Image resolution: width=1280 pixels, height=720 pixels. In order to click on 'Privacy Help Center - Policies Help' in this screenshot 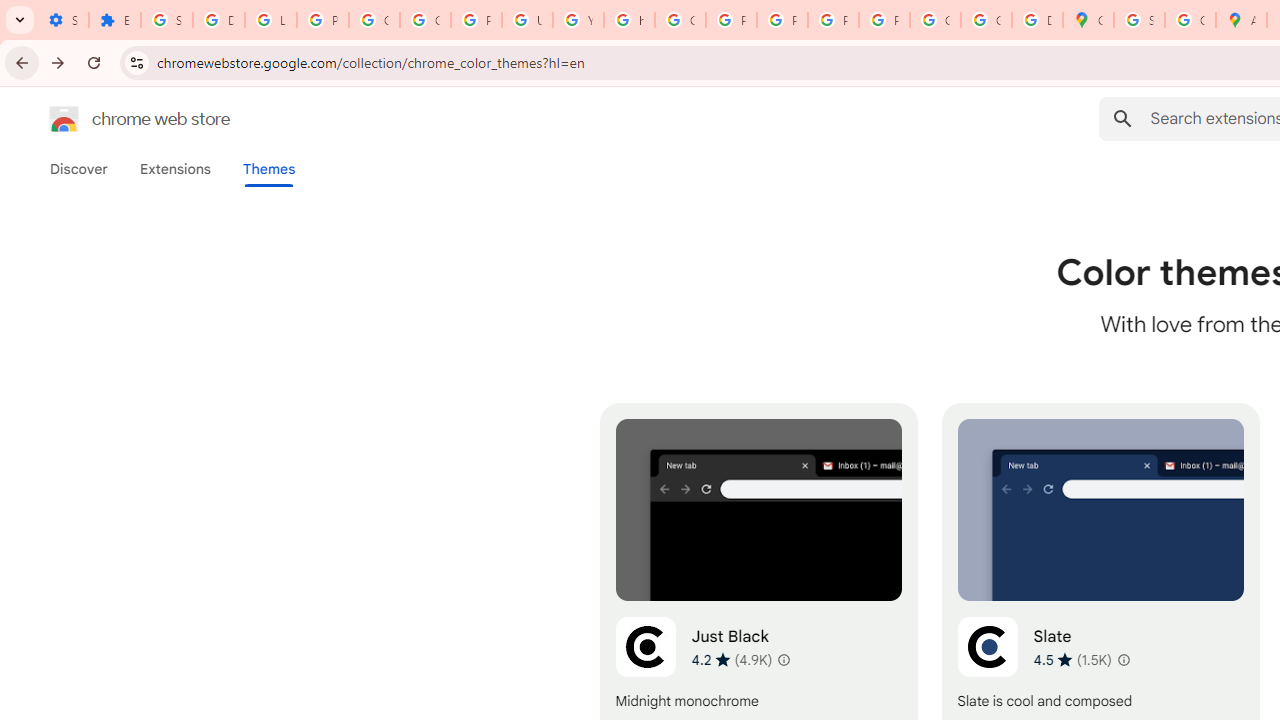, I will do `click(730, 20)`.